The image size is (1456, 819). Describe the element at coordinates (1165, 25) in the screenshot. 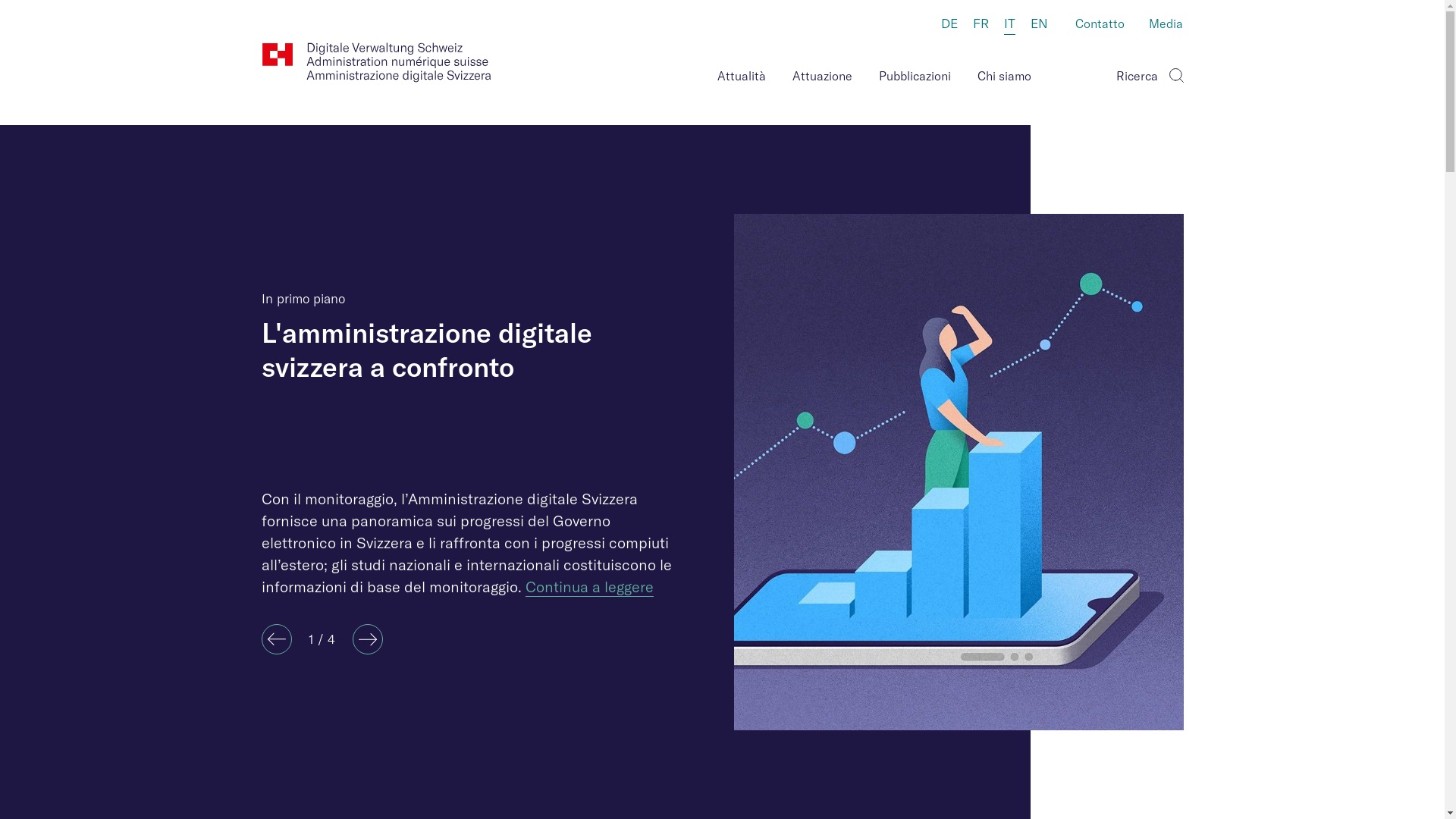

I see `'Media'` at that location.